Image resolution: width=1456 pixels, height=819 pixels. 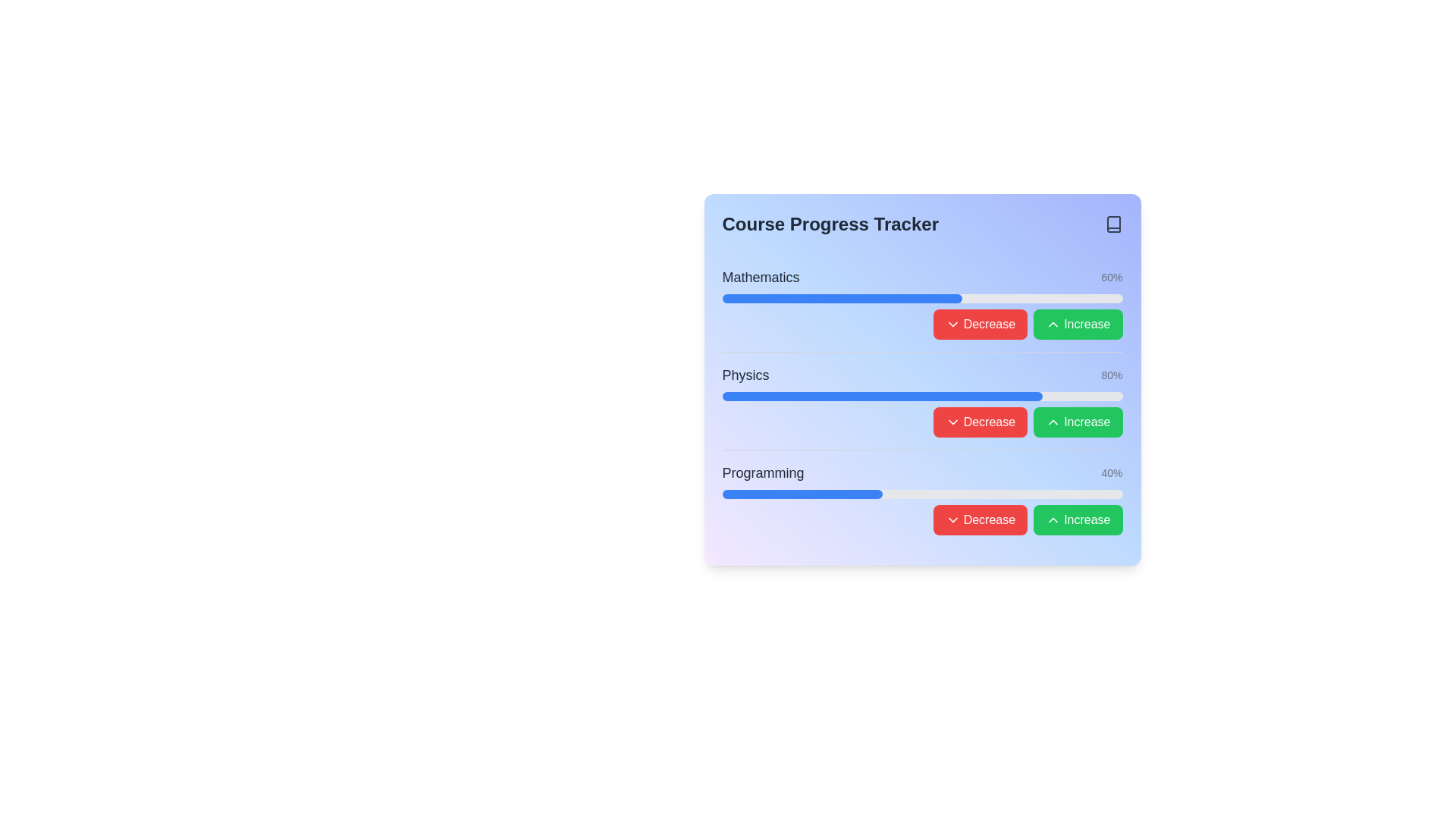 What do you see at coordinates (1112, 278) in the screenshot?
I see `the static text that indicates the progress percentage for the Mathematics subject, located to the right of the Mathematics label and aligned with the progress bar` at bounding box center [1112, 278].